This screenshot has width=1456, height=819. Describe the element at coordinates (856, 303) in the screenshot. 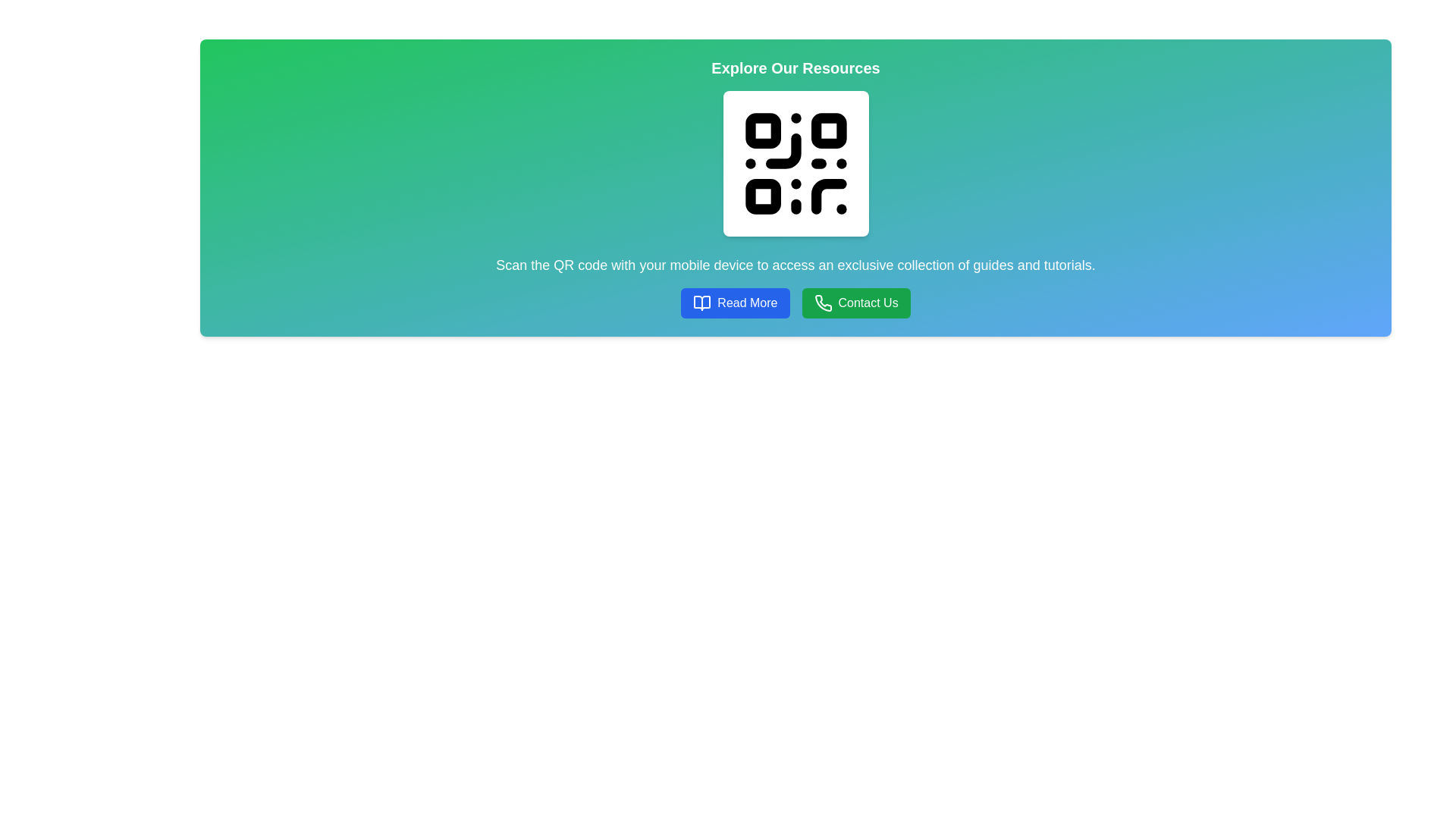

I see `the contact button located to the right of the 'Read More' button at the bottom of the section` at that location.